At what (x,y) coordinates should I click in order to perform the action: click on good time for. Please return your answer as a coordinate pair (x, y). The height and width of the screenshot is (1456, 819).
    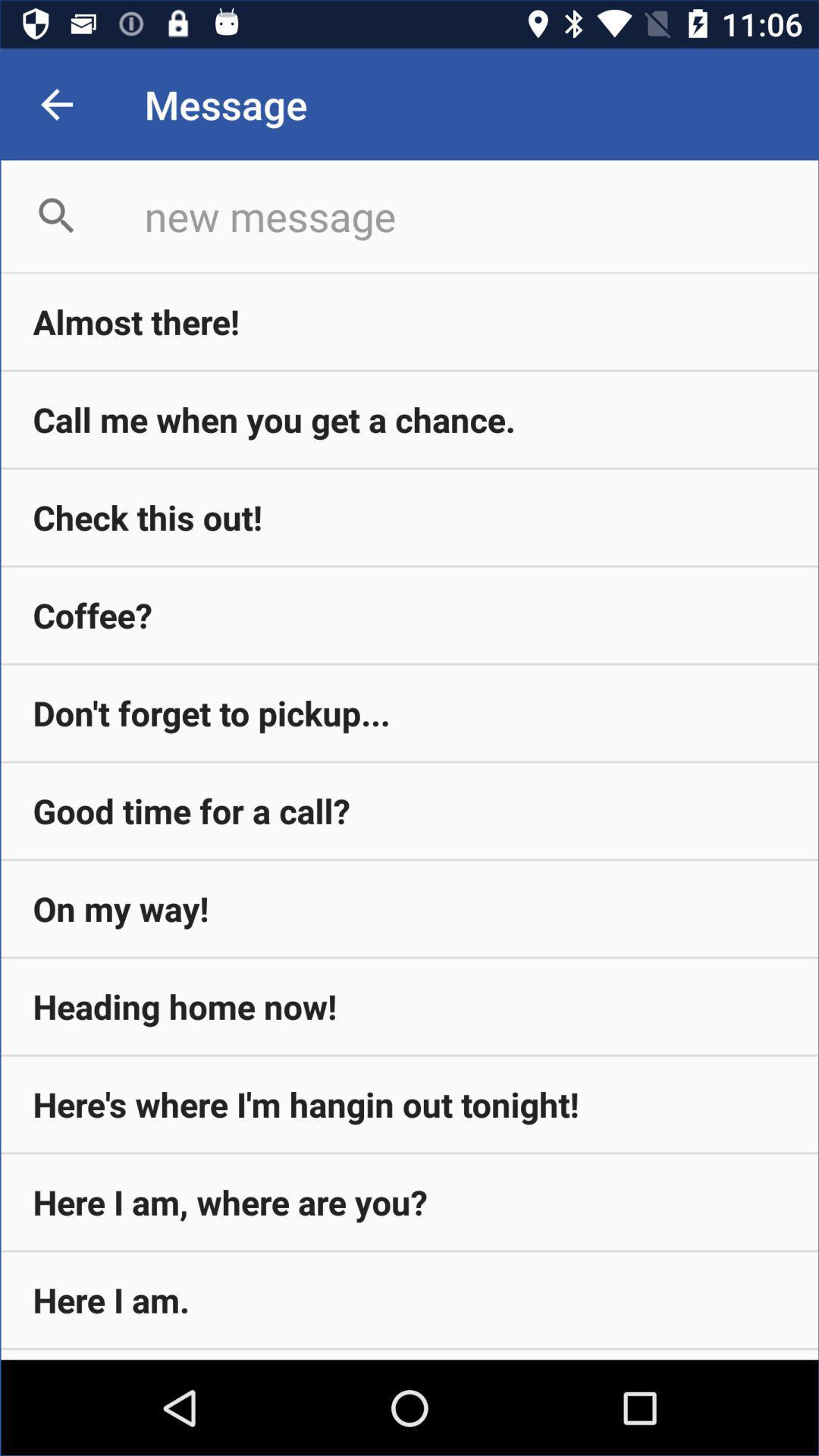
    Looking at the image, I should click on (409, 810).